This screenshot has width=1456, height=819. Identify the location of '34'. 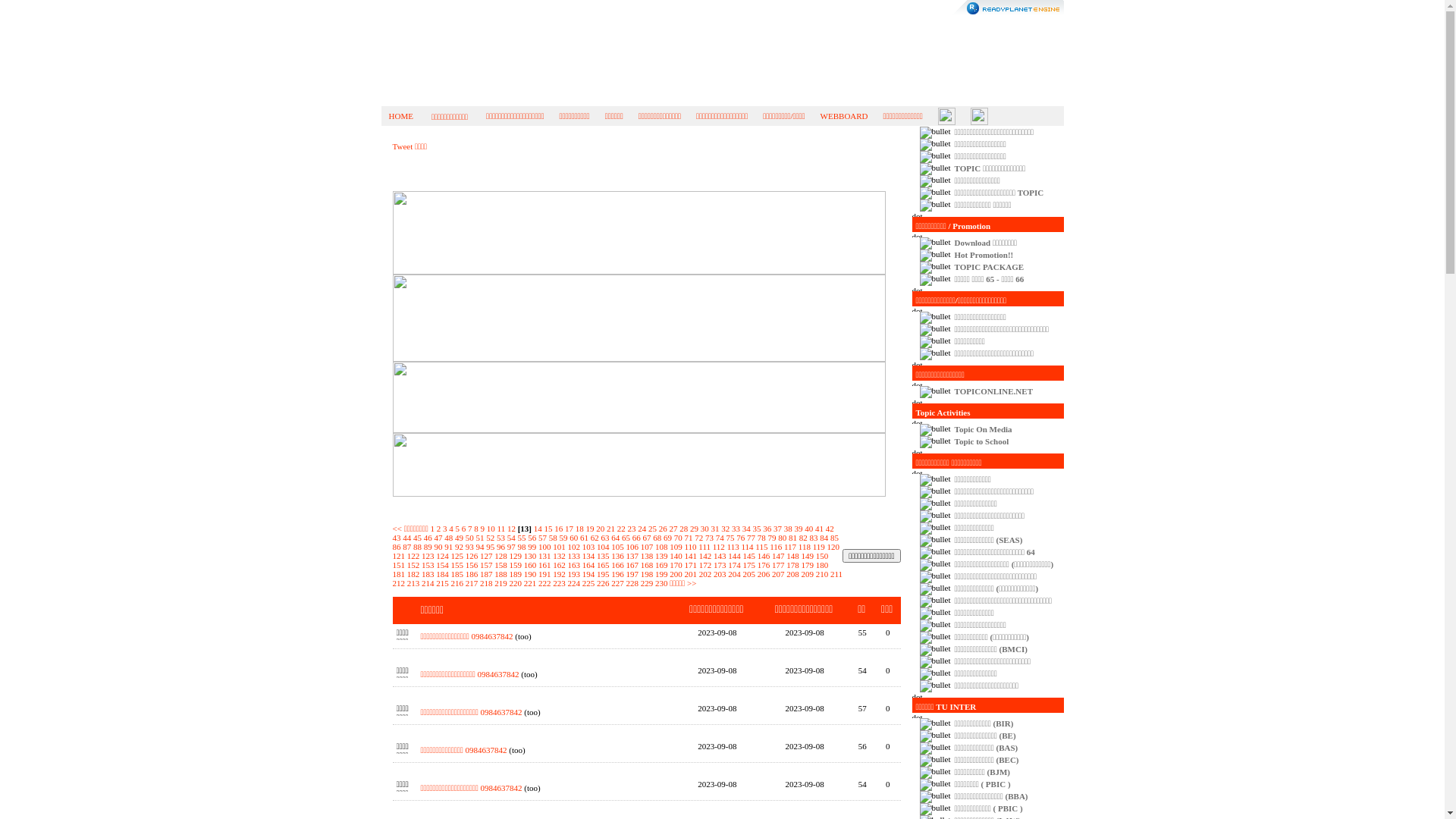
(746, 528).